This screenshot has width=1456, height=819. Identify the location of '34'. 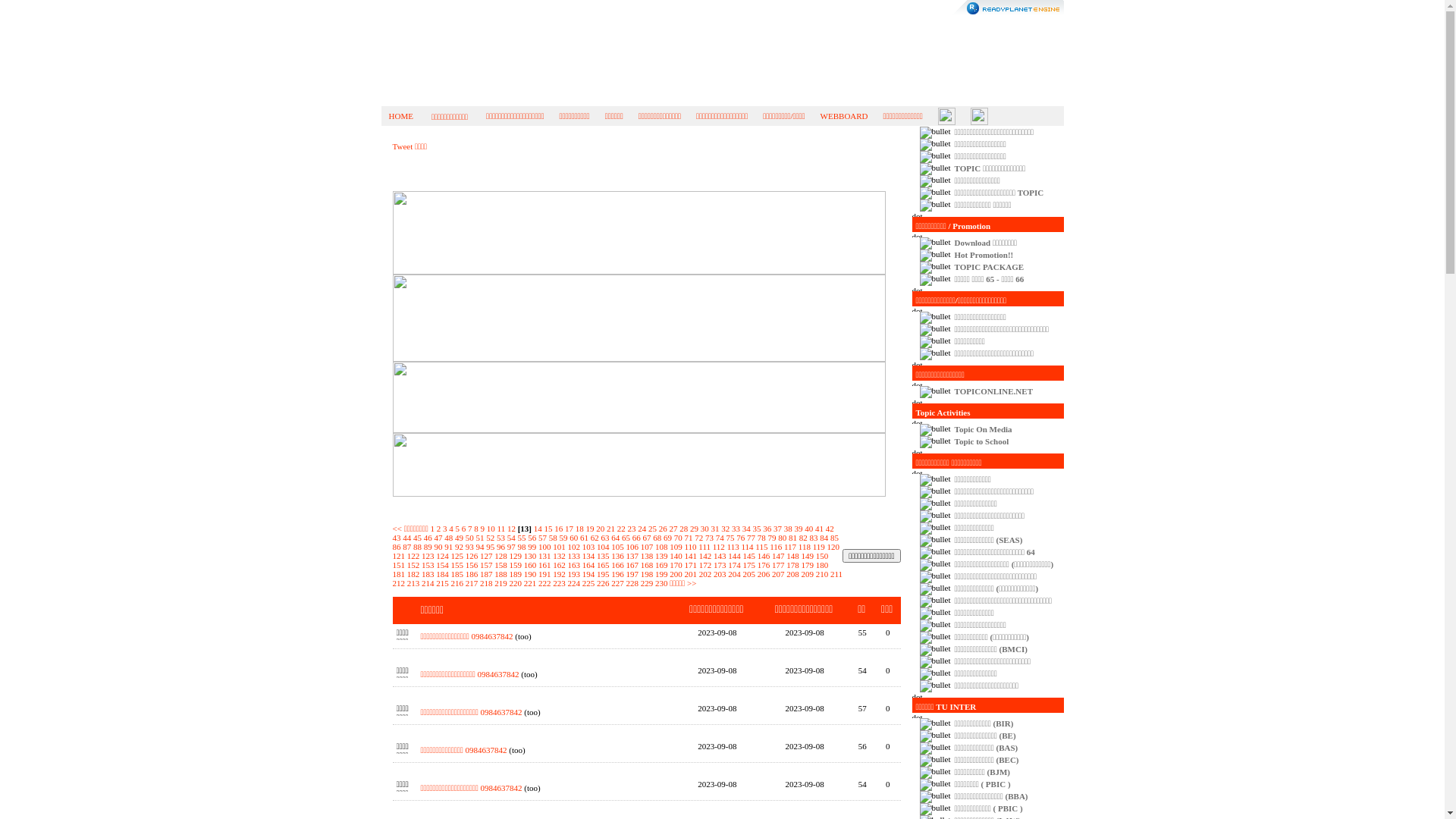
(746, 528).